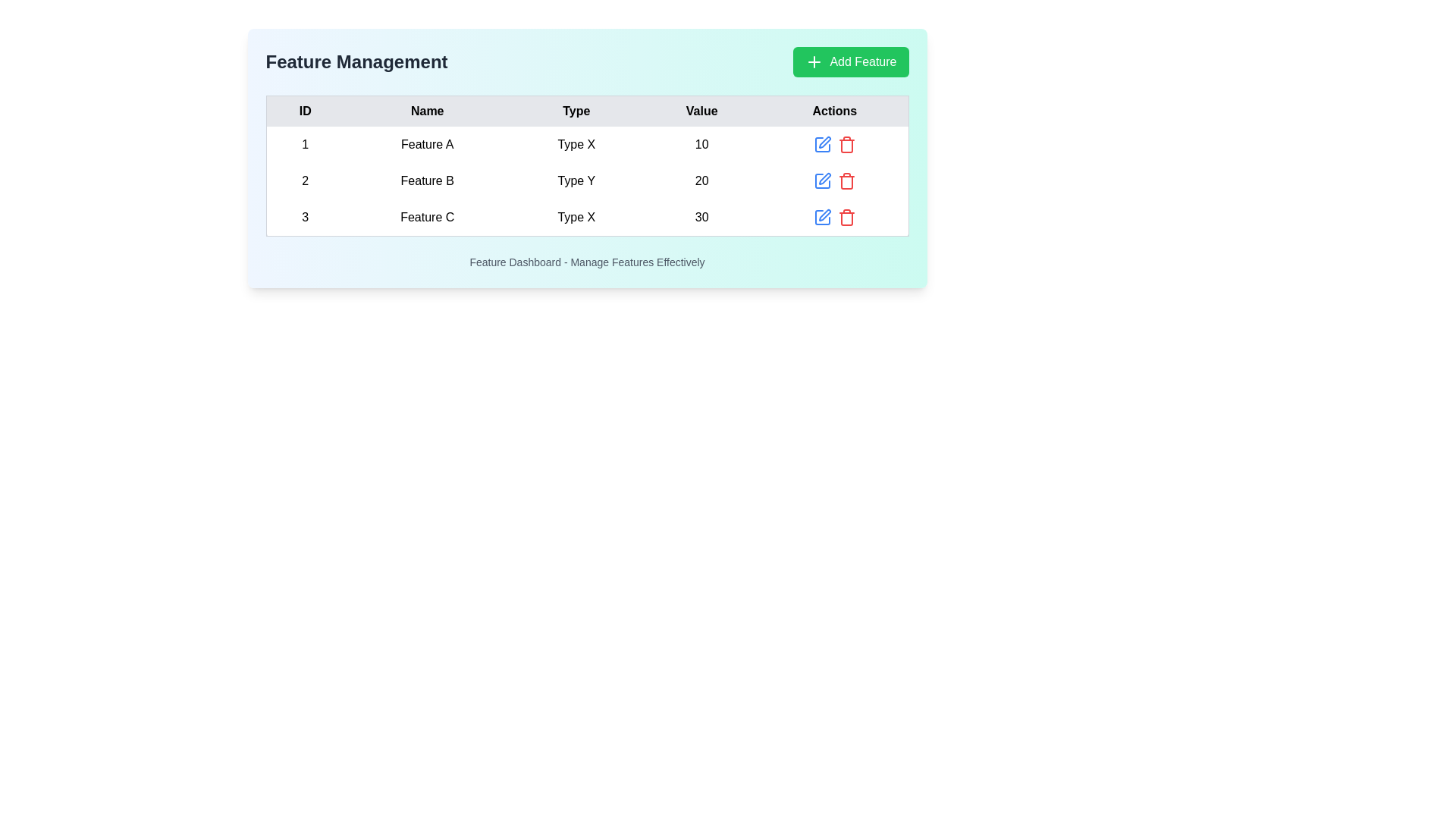 The image size is (1456, 819). Describe the element at coordinates (846, 146) in the screenshot. I see `the trash can icon in the 'Actions' column of the 'Feature Management' table` at that location.